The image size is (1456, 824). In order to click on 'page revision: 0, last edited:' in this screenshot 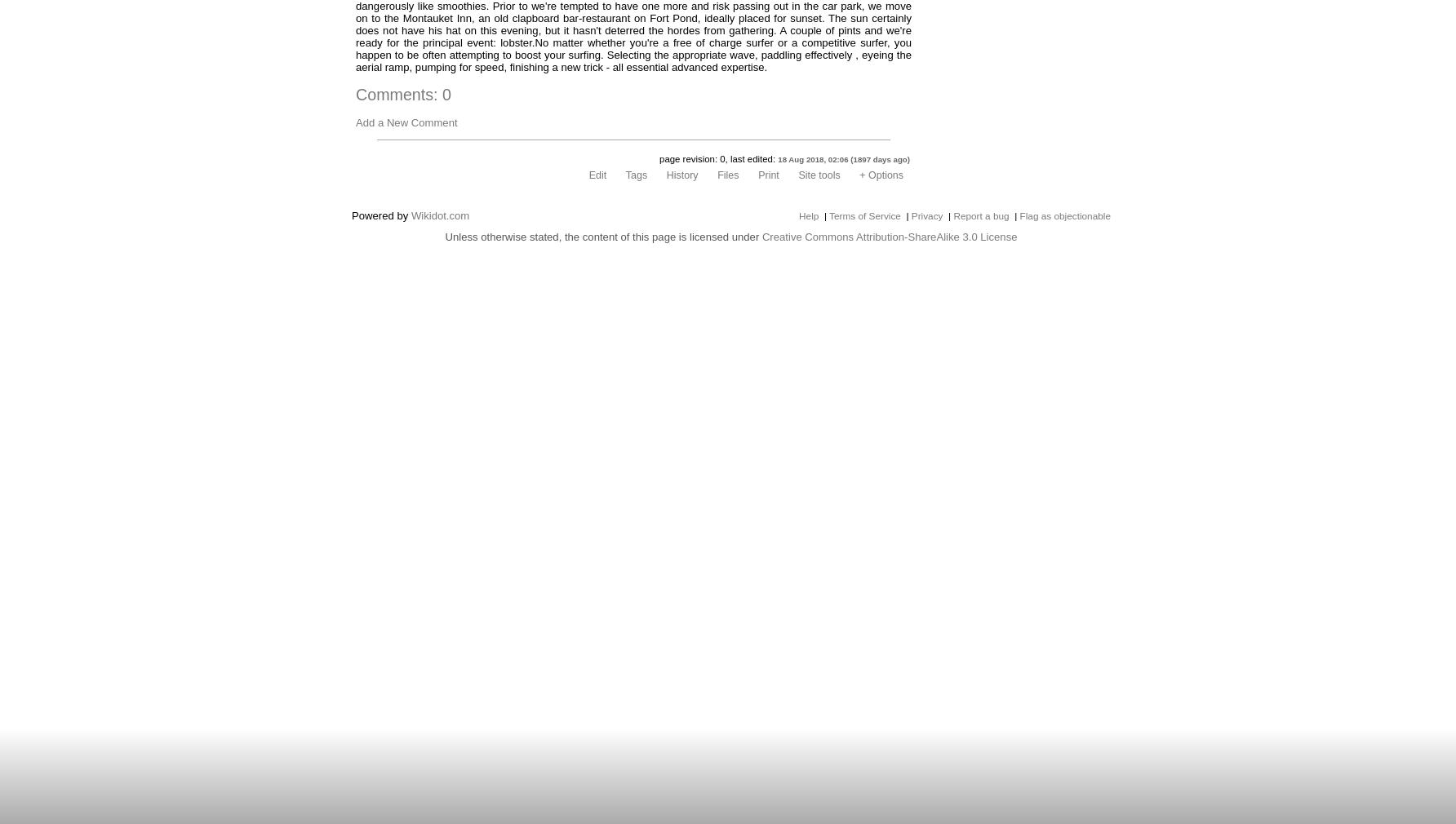, I will do `click(717, 157)`.